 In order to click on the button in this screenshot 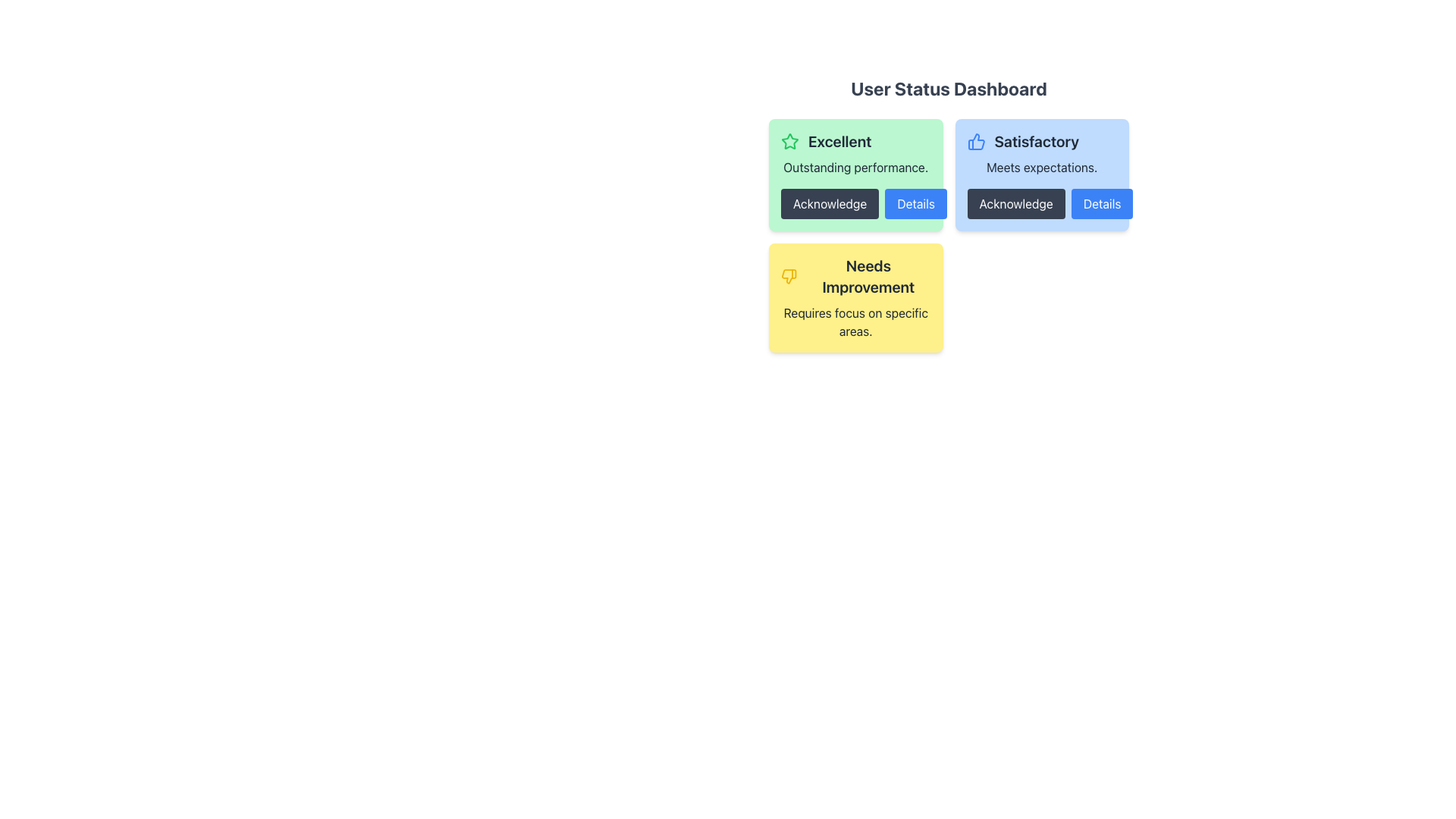, I will do `click(1102, 203)`.